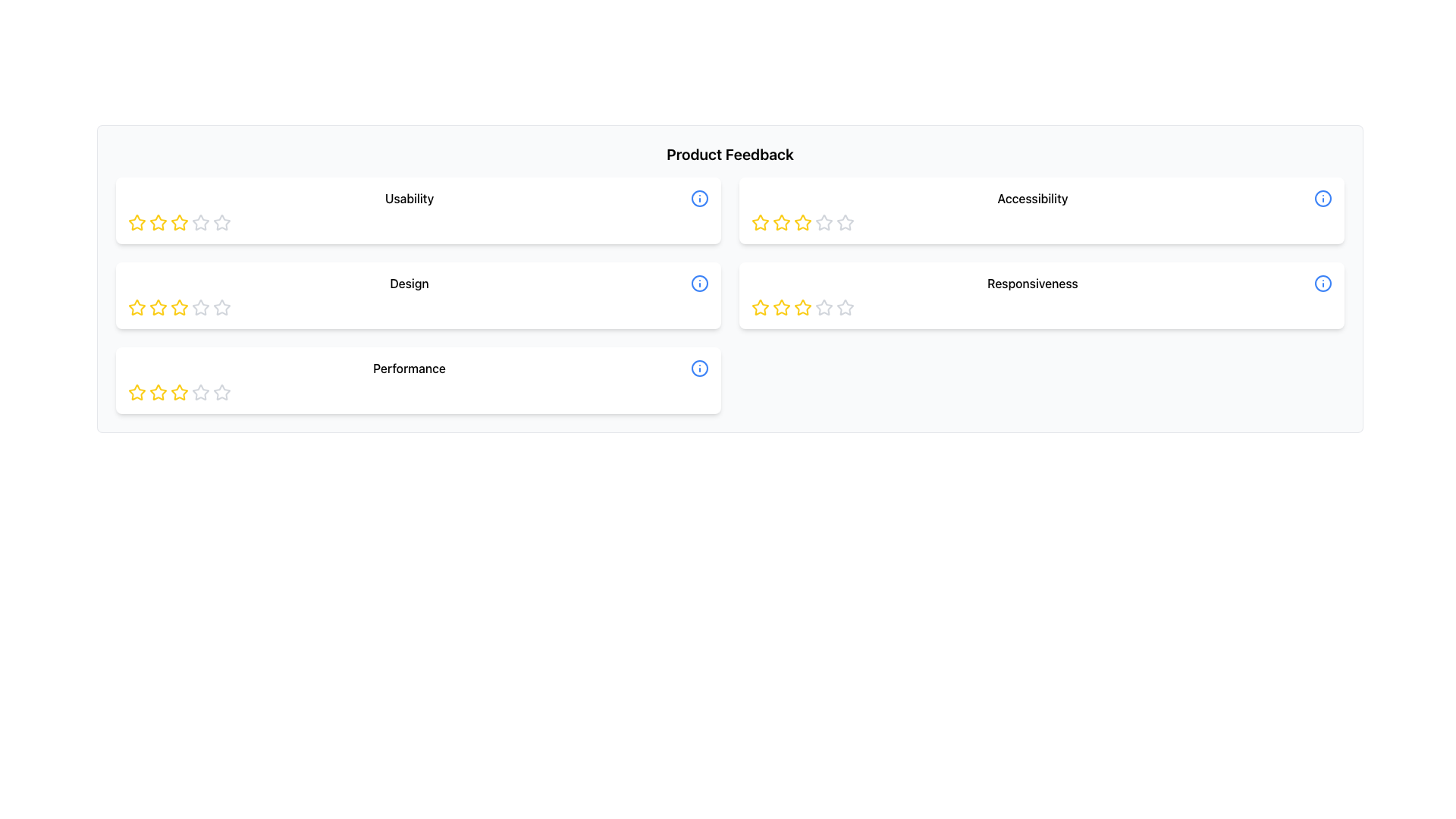  Describe the element at coordinates (419, 391) in the screenshot. I see `the yellow star in the Interactive rating stars component located within the 'Performance' section` at that location.